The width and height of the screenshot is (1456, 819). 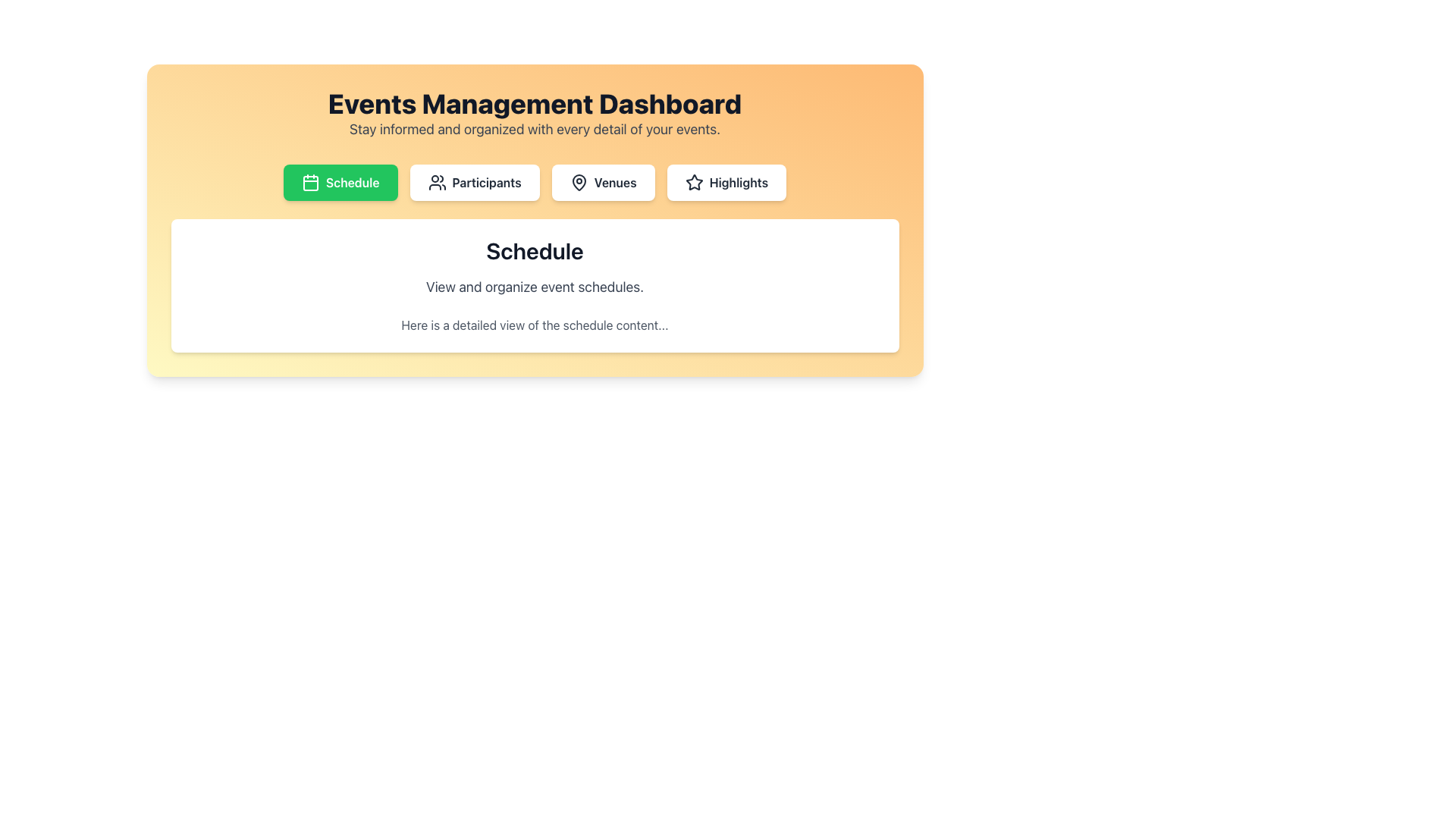 I want to click on the 'Schedule' icon, which is represented by a calendar and is the leftmost item in the row of buttons at the top section of the interface, so click(x=309, y=181).